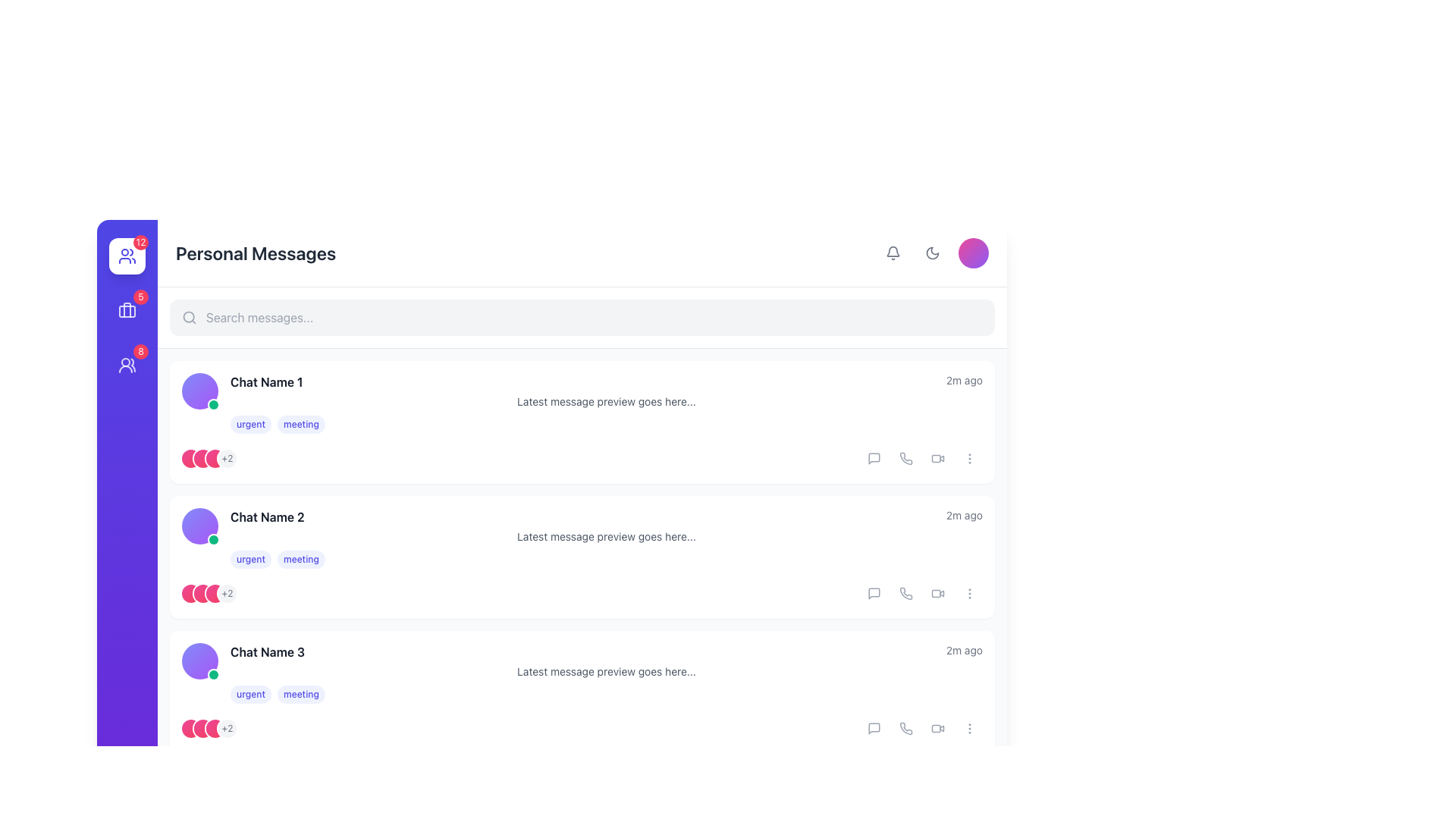 The image size is (1456, 819). What do you see at coordinates (301, 424) in the screenshot?
I see `the label representing the category or state associated with the chat thread, located to the right of the 'urgent' label in the first chat preview row below 'Chat Name 1'` at bounding box center [301, 424].